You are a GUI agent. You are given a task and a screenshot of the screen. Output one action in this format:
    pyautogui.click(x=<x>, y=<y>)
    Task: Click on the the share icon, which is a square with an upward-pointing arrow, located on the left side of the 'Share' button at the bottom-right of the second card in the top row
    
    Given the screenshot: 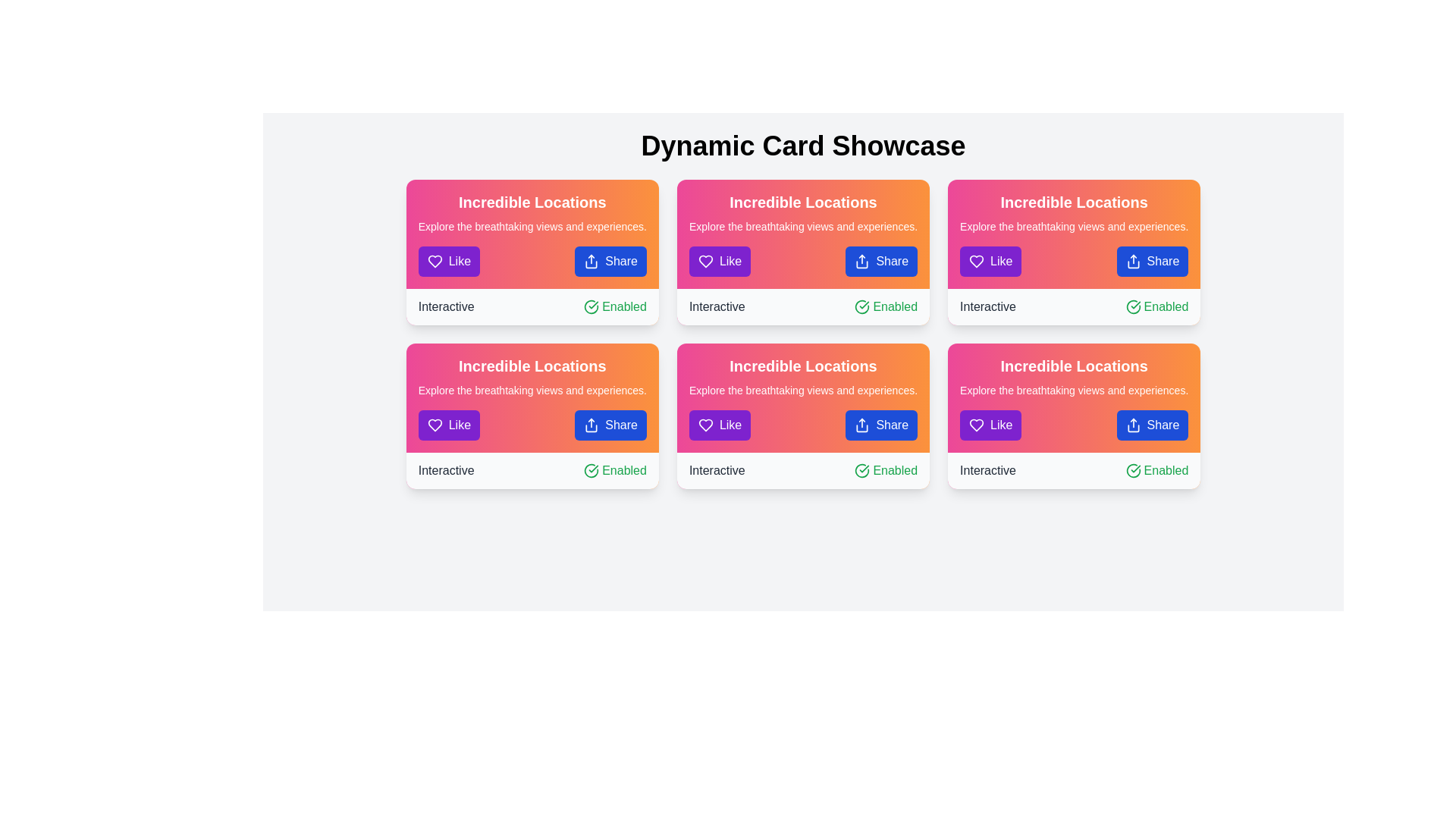 What is the action you would take?
    pyautogui.click(x=591, y=260)
    